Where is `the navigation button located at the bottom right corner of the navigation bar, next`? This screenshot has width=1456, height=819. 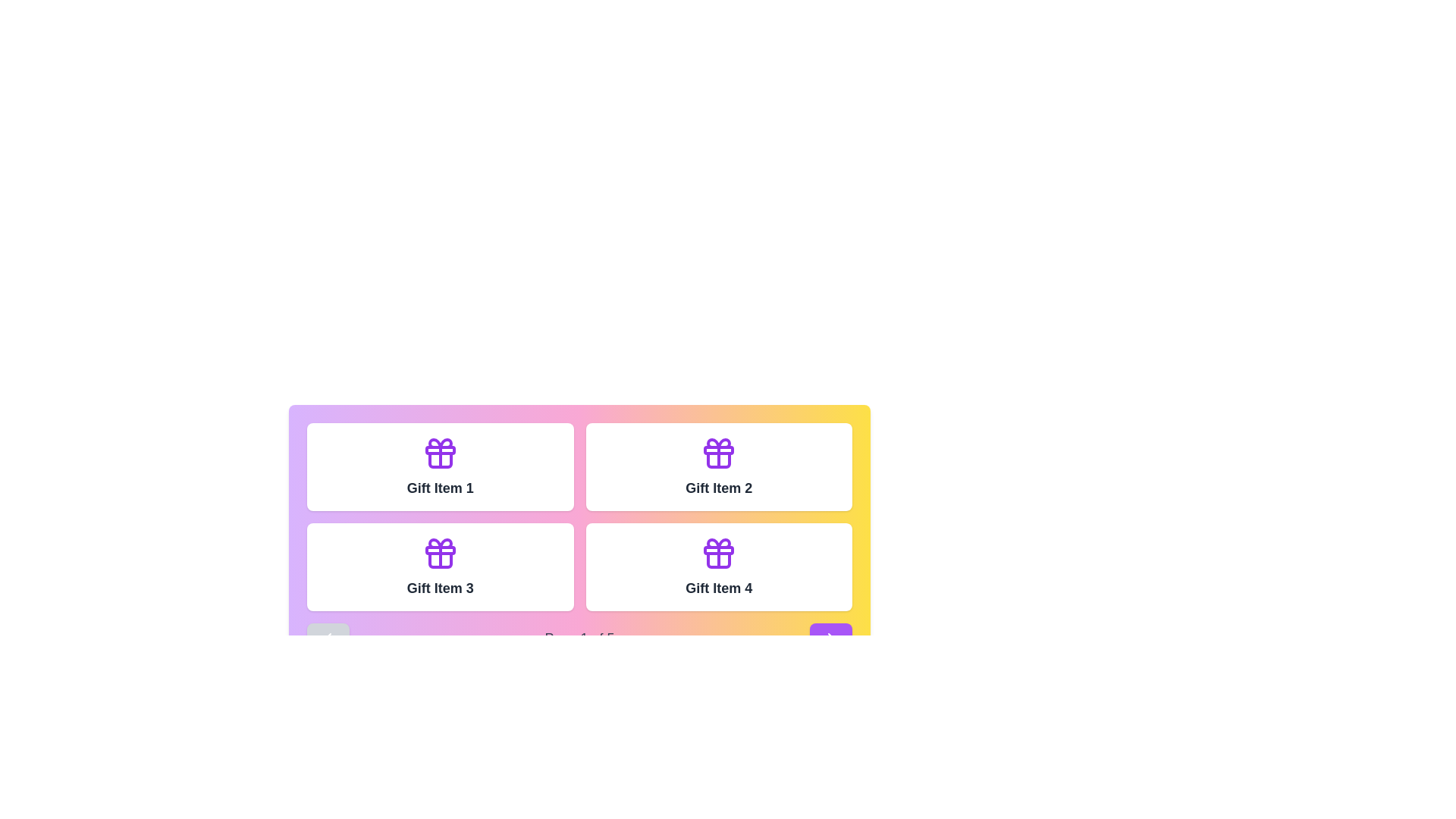 the navigation button located at the bottom right corner of the navigation bar, next is located at coordinates (830, 638).